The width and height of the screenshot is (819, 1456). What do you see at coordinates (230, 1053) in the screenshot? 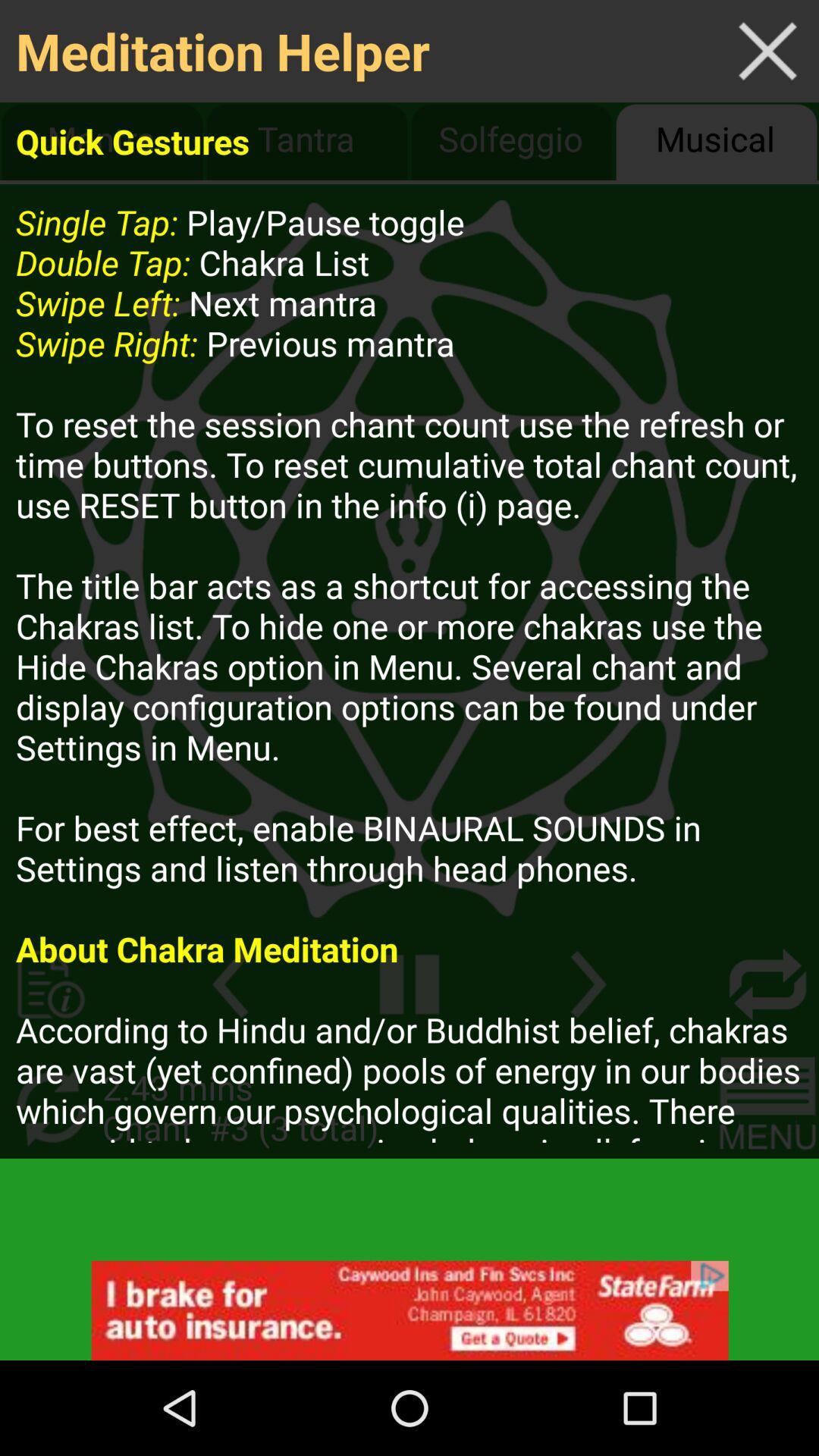
I see `the arrow_backward icon` at bounding box center [230, 1053].